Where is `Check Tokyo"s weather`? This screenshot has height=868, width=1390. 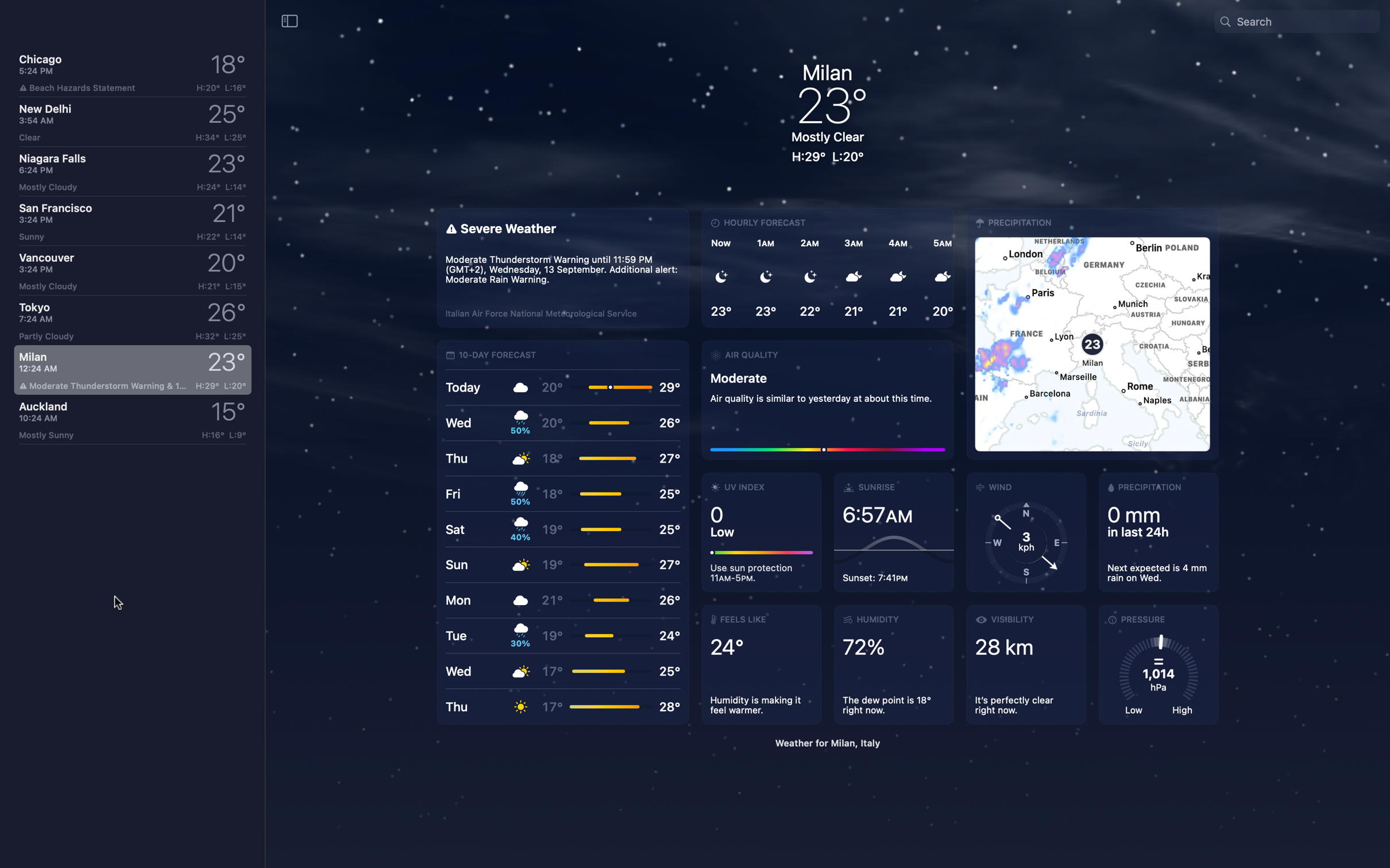 Check Tokyo"s weather is located at coordinates (129, 321).